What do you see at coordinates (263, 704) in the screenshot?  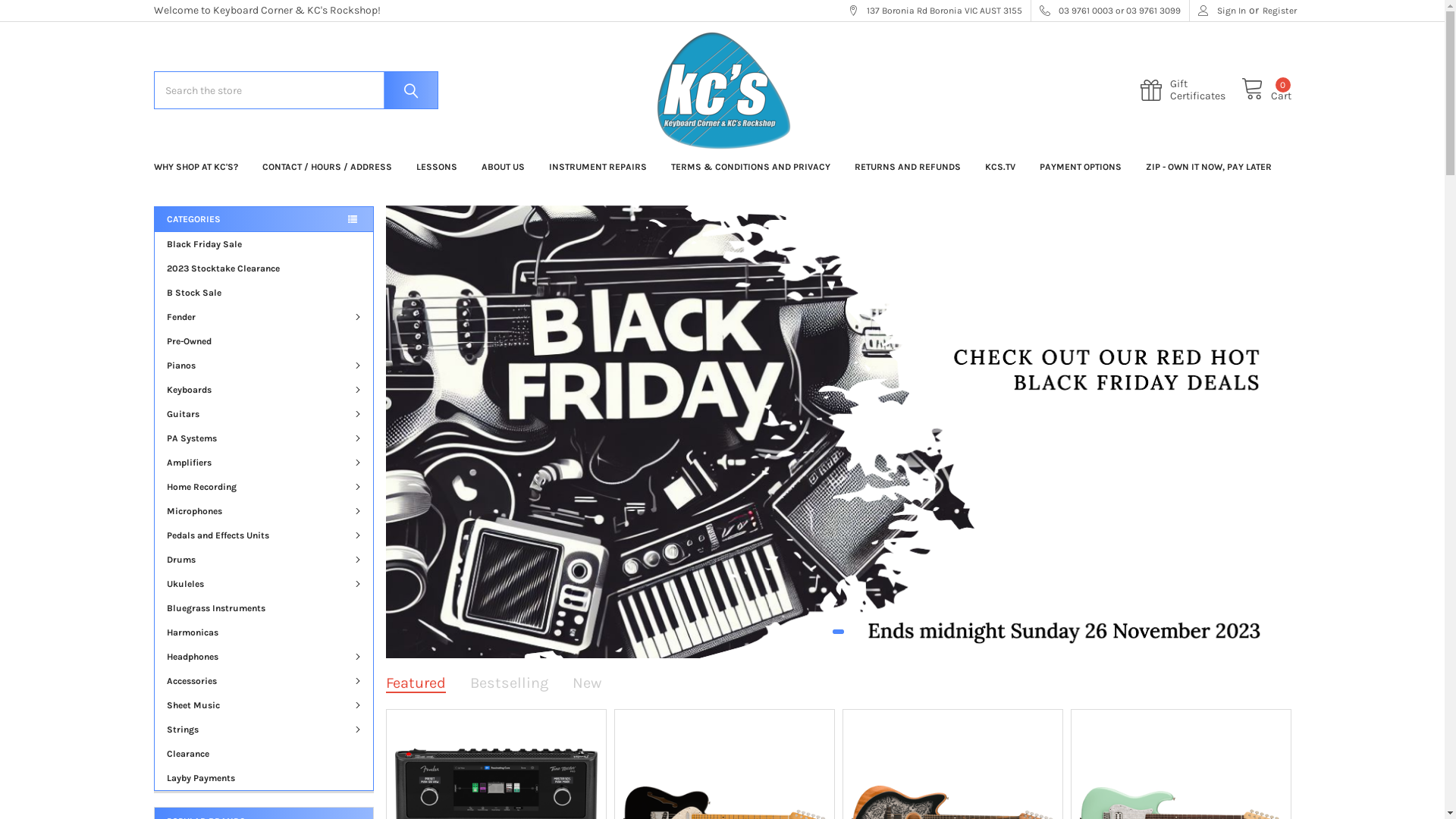 I see `'Sheet Music'` at bounding box center [263, 704].